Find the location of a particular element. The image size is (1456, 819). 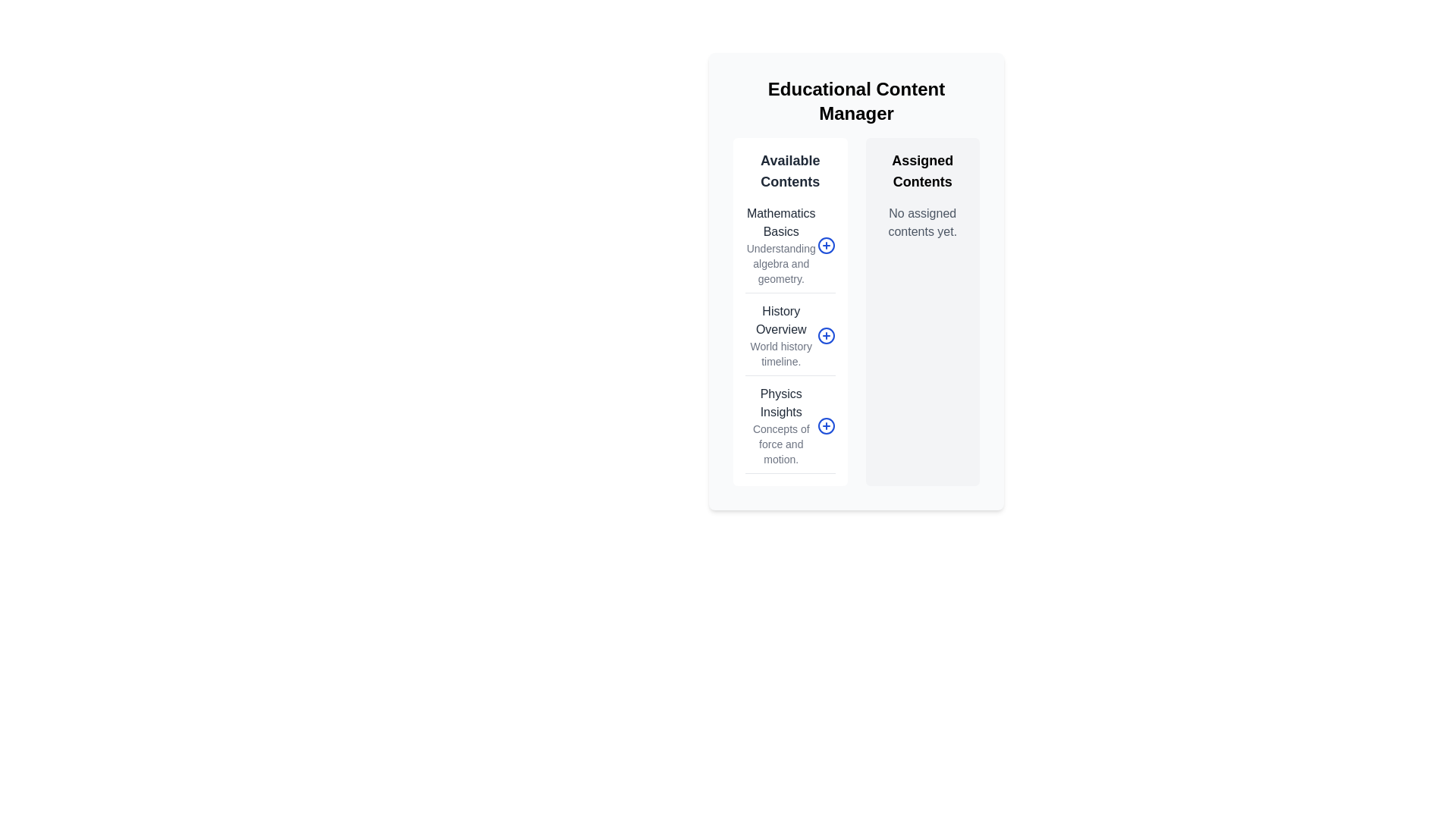

the blue circular icon button with a '+' symbol, located to the right of 'History Overview' and its subtext 'World history timeline.' in the 'Available Contents' section is located at coordinates (825, 335).